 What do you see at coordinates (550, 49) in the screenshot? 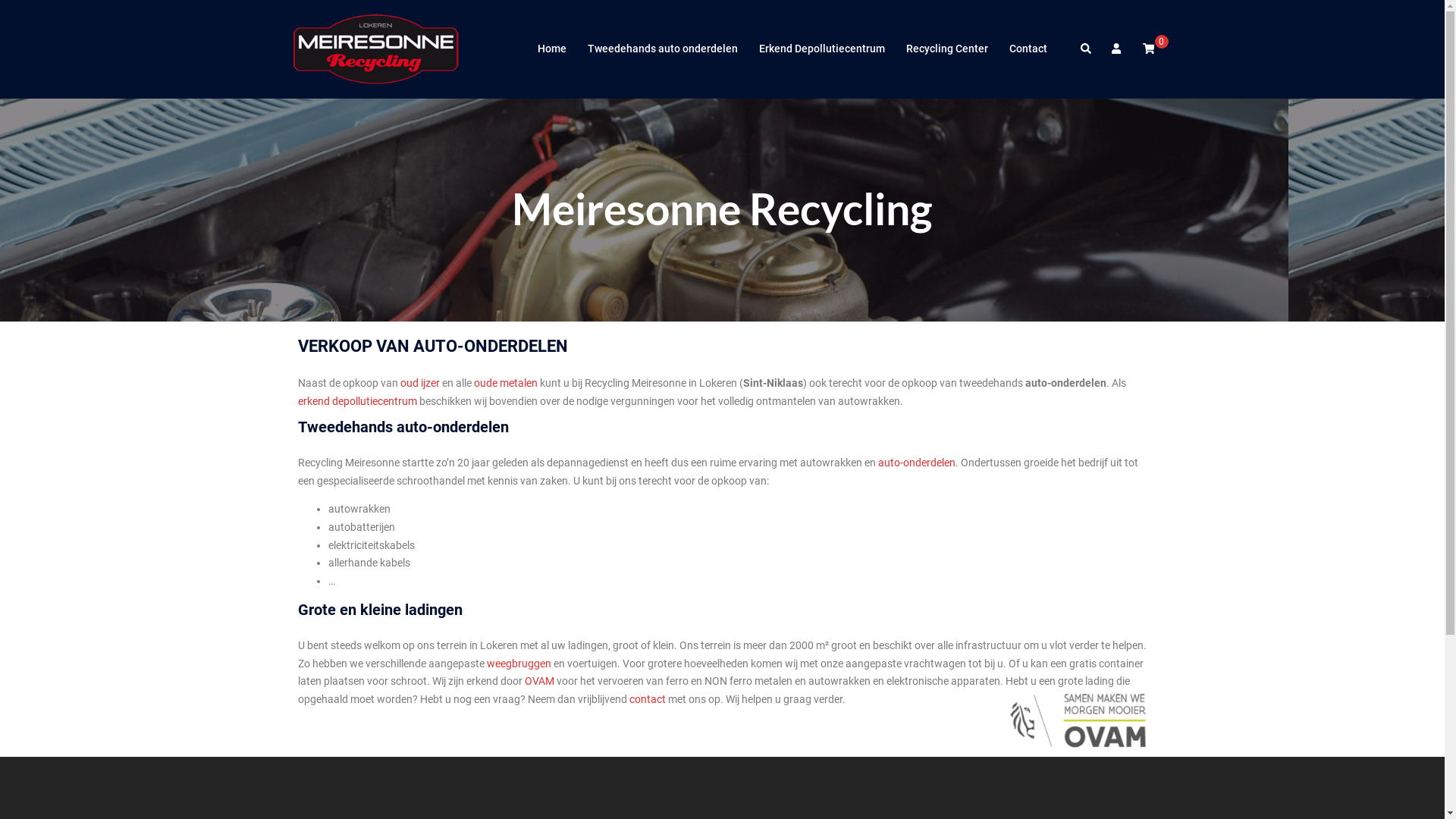
I see `'Home'` at bounding box center [550, 49].